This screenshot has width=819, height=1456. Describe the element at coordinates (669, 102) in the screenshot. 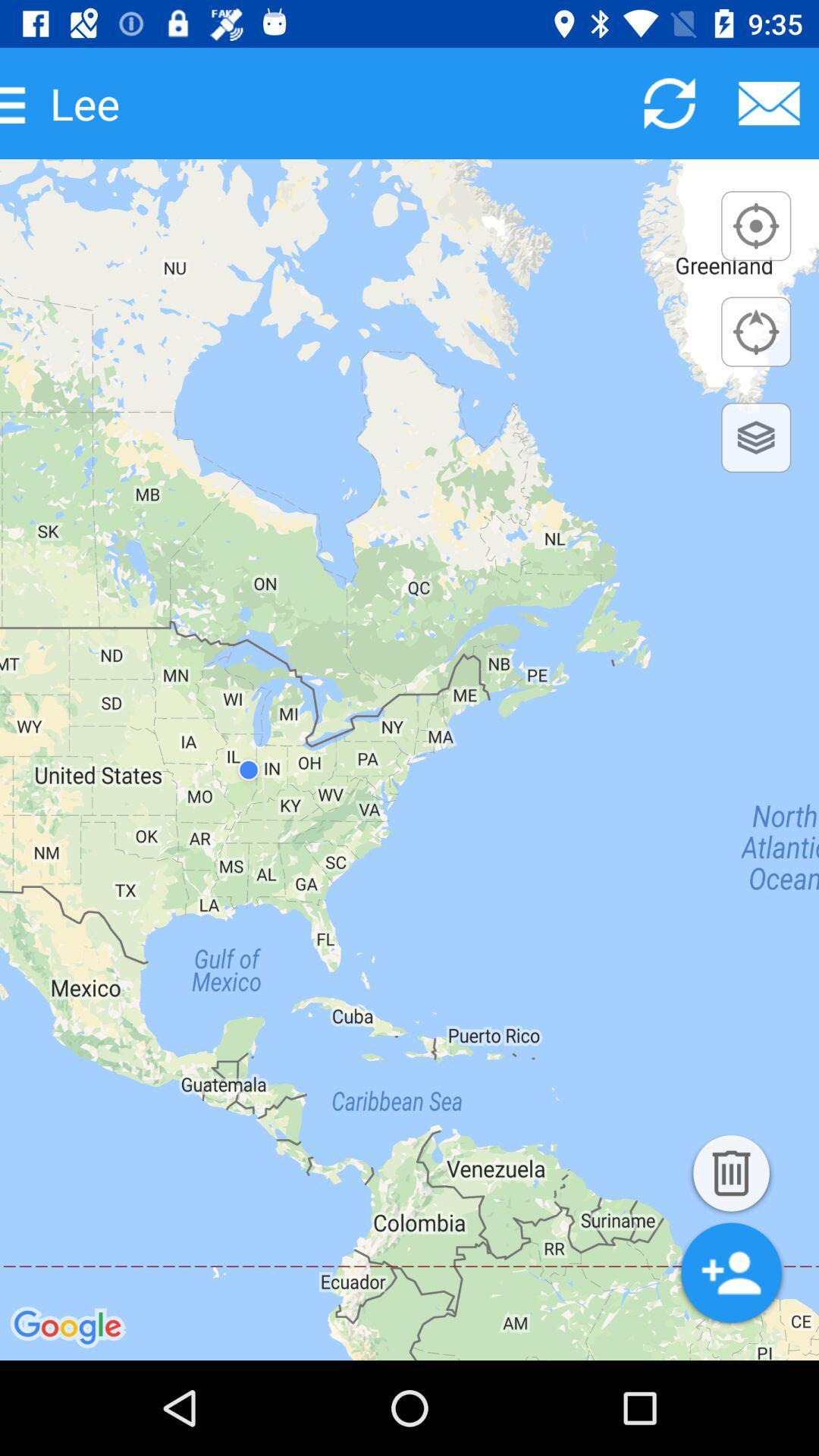

I see `map` at that location.